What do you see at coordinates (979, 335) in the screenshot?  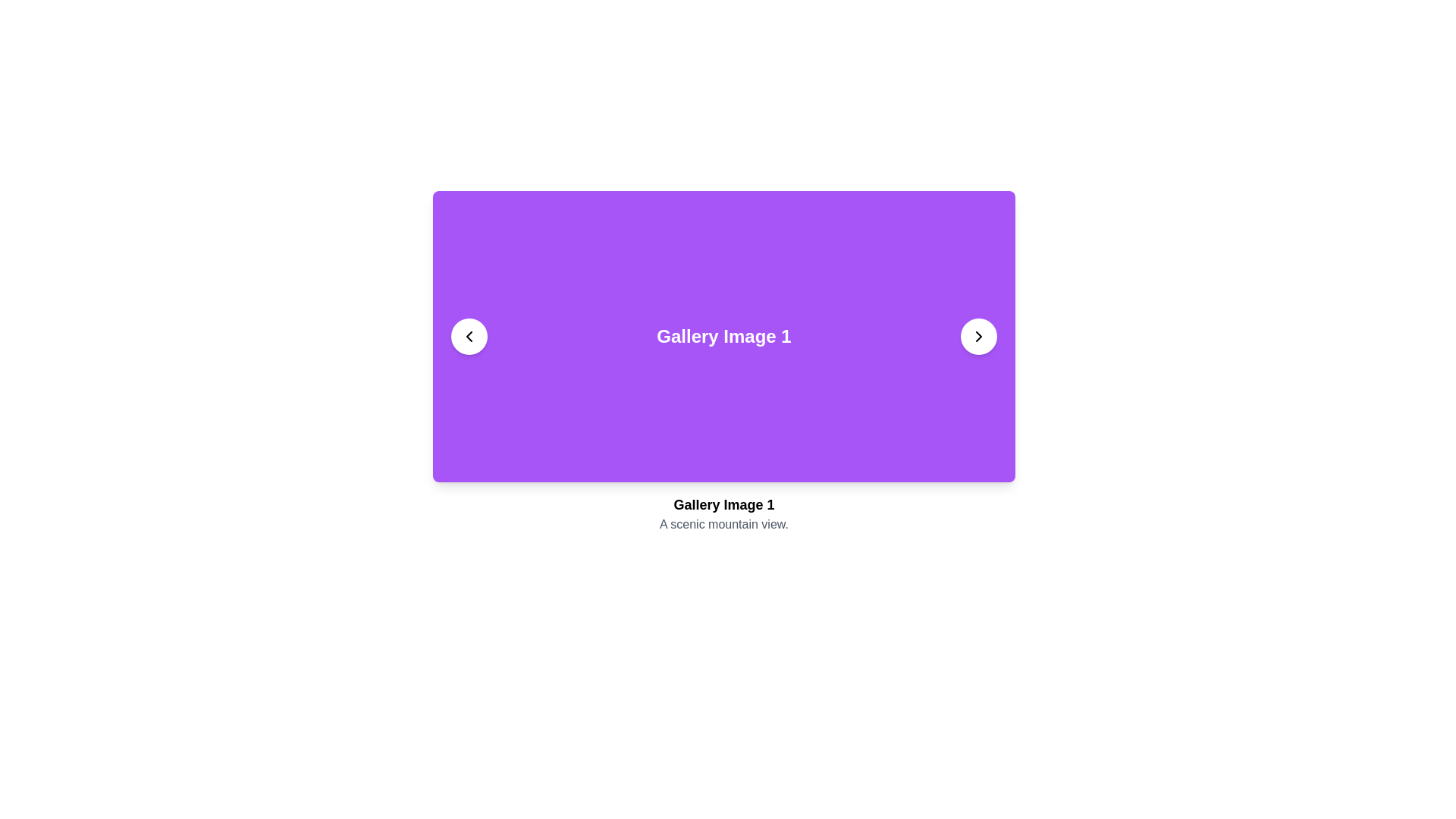 I see `the forward navigation arrow icon located in the center of a circular button on the far right of the purple panel labeled 'Gallery Image 1'` at bounding box center [979, 335].